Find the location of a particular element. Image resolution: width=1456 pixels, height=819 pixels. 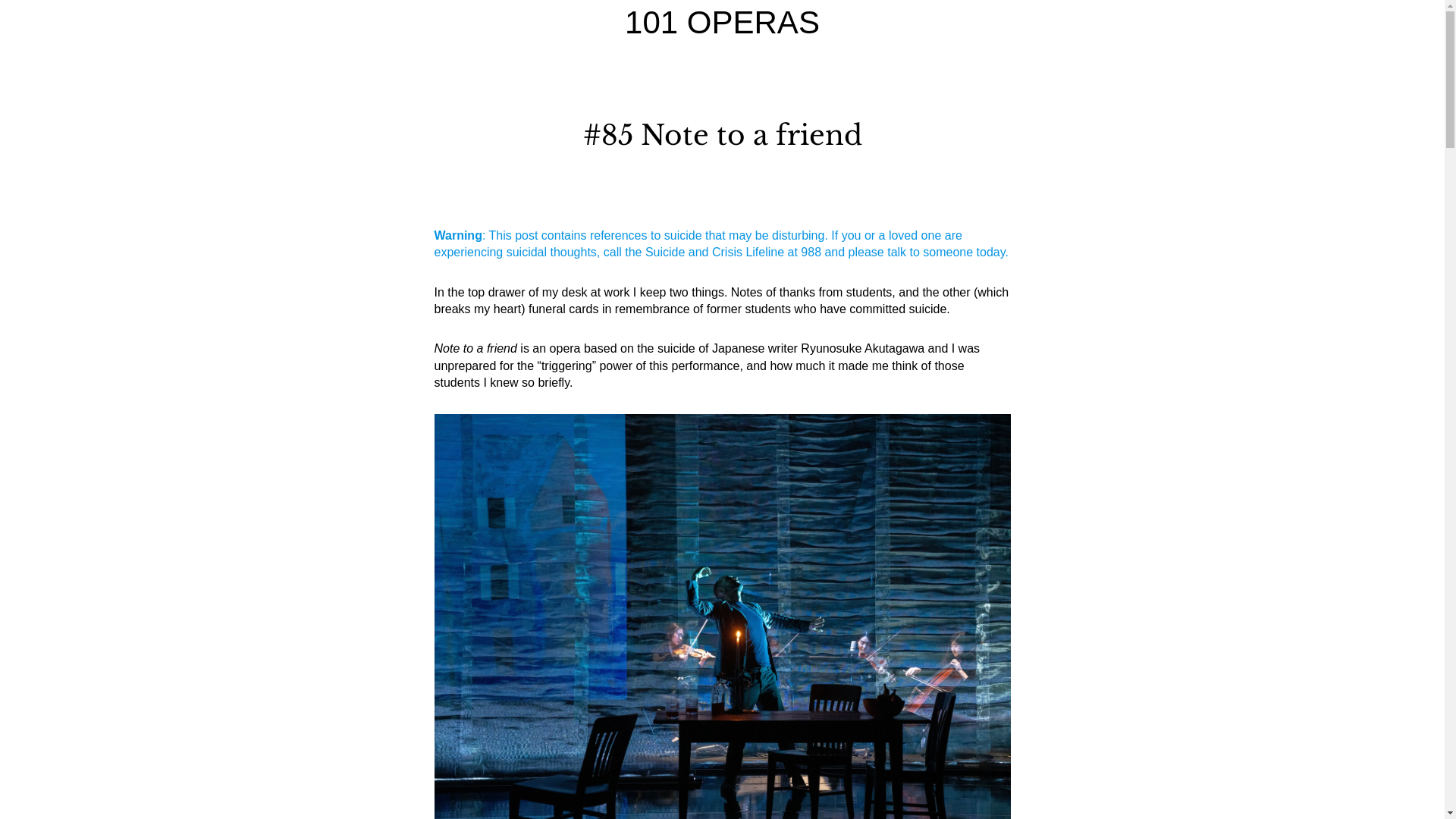

'101 OPERAS' is located at coordinates (721, 22).